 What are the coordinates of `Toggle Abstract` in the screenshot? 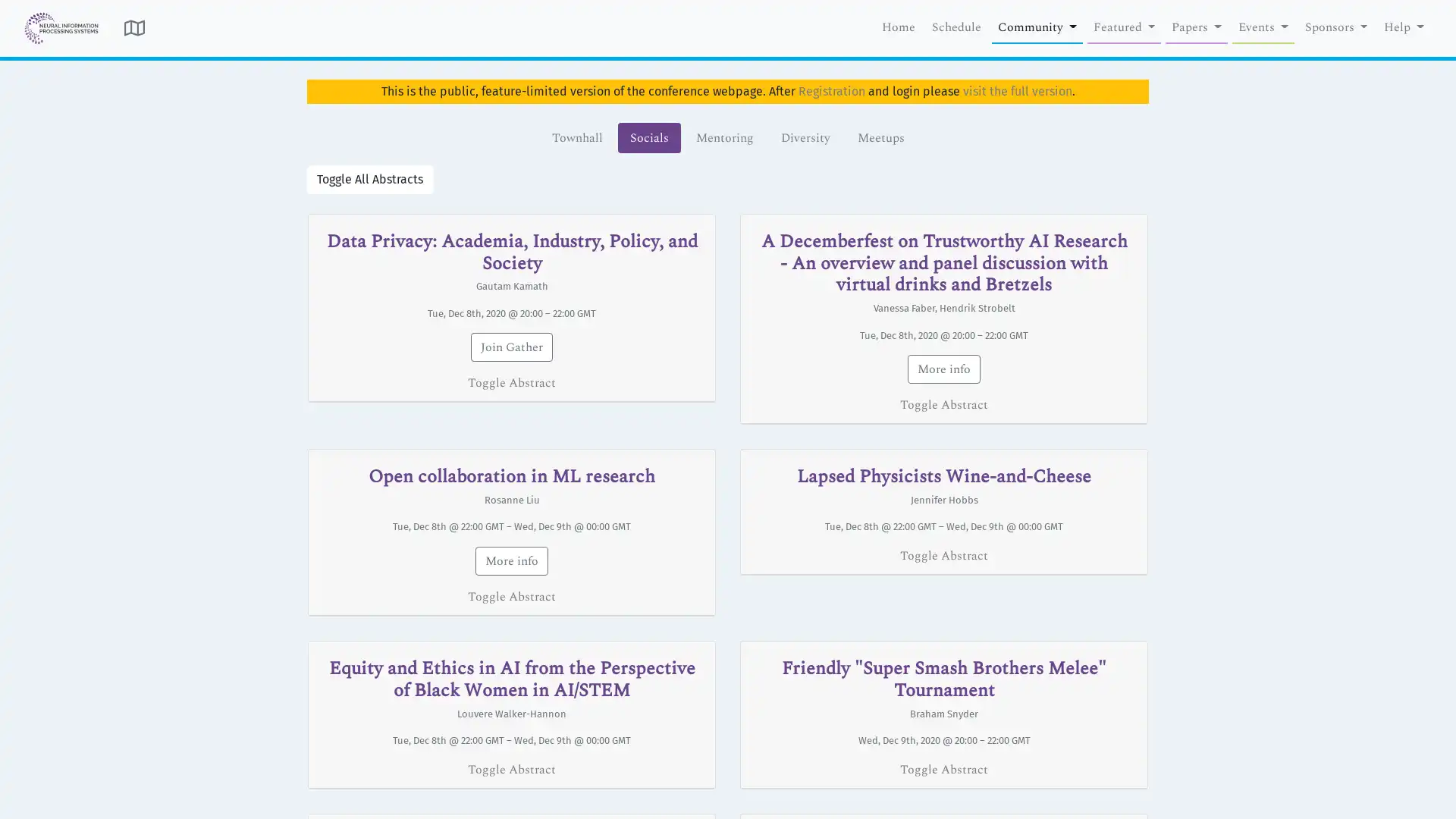 It's located at (512, 595).